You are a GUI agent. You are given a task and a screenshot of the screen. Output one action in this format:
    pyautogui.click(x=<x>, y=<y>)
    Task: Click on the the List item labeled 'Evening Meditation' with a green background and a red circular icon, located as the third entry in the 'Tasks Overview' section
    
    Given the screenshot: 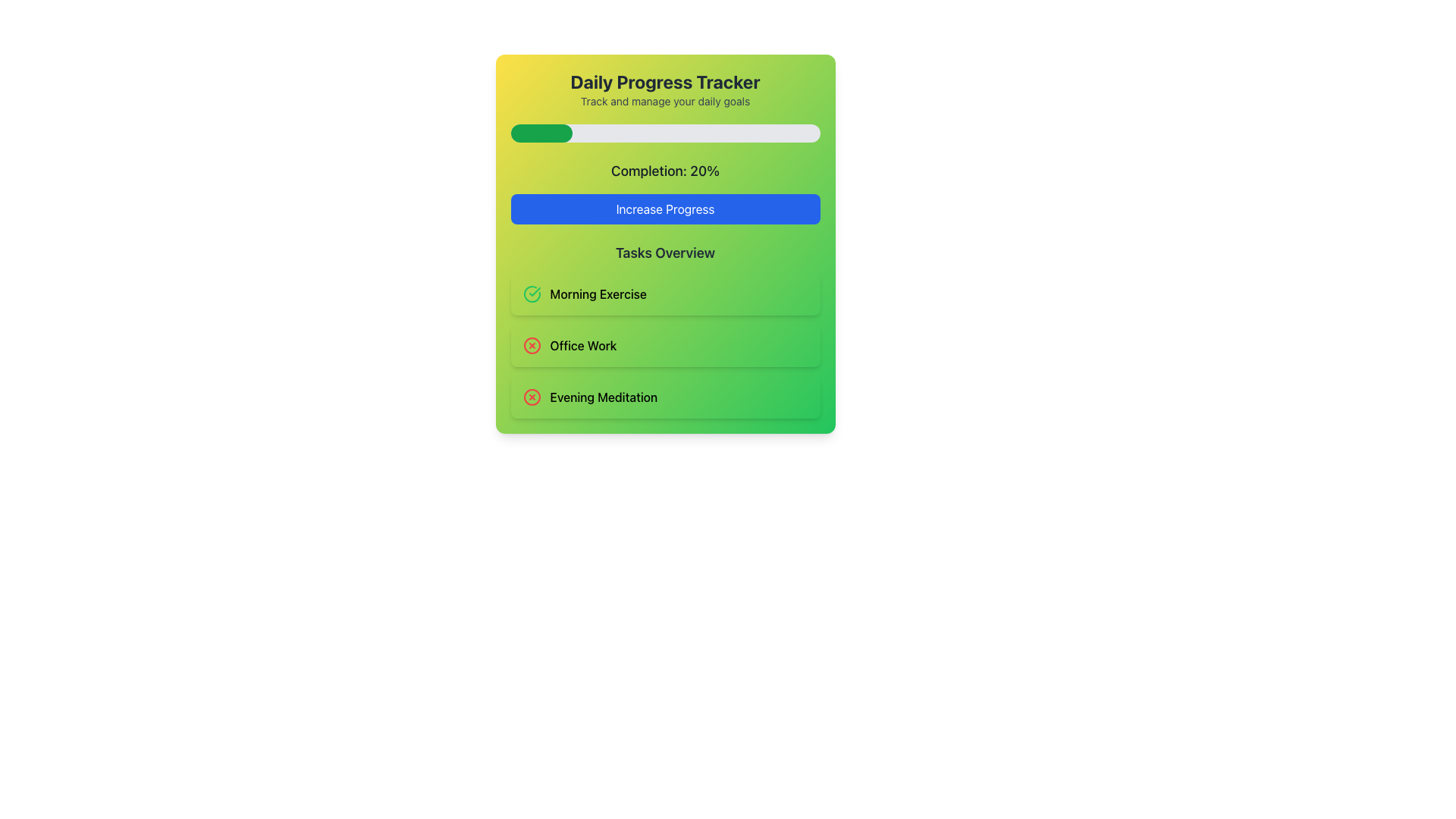 What is the action you would take?
    pyautogui.click(x=665, y=397)
    